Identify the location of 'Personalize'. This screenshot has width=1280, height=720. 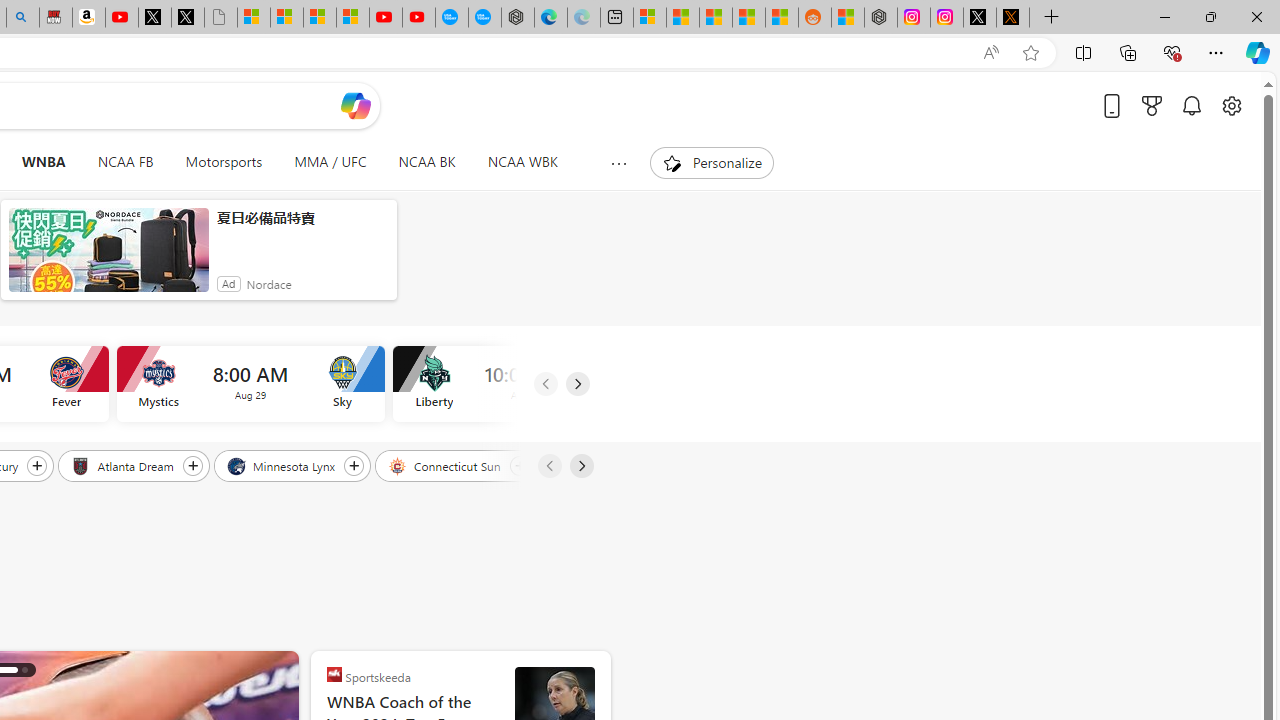
(711, 162).